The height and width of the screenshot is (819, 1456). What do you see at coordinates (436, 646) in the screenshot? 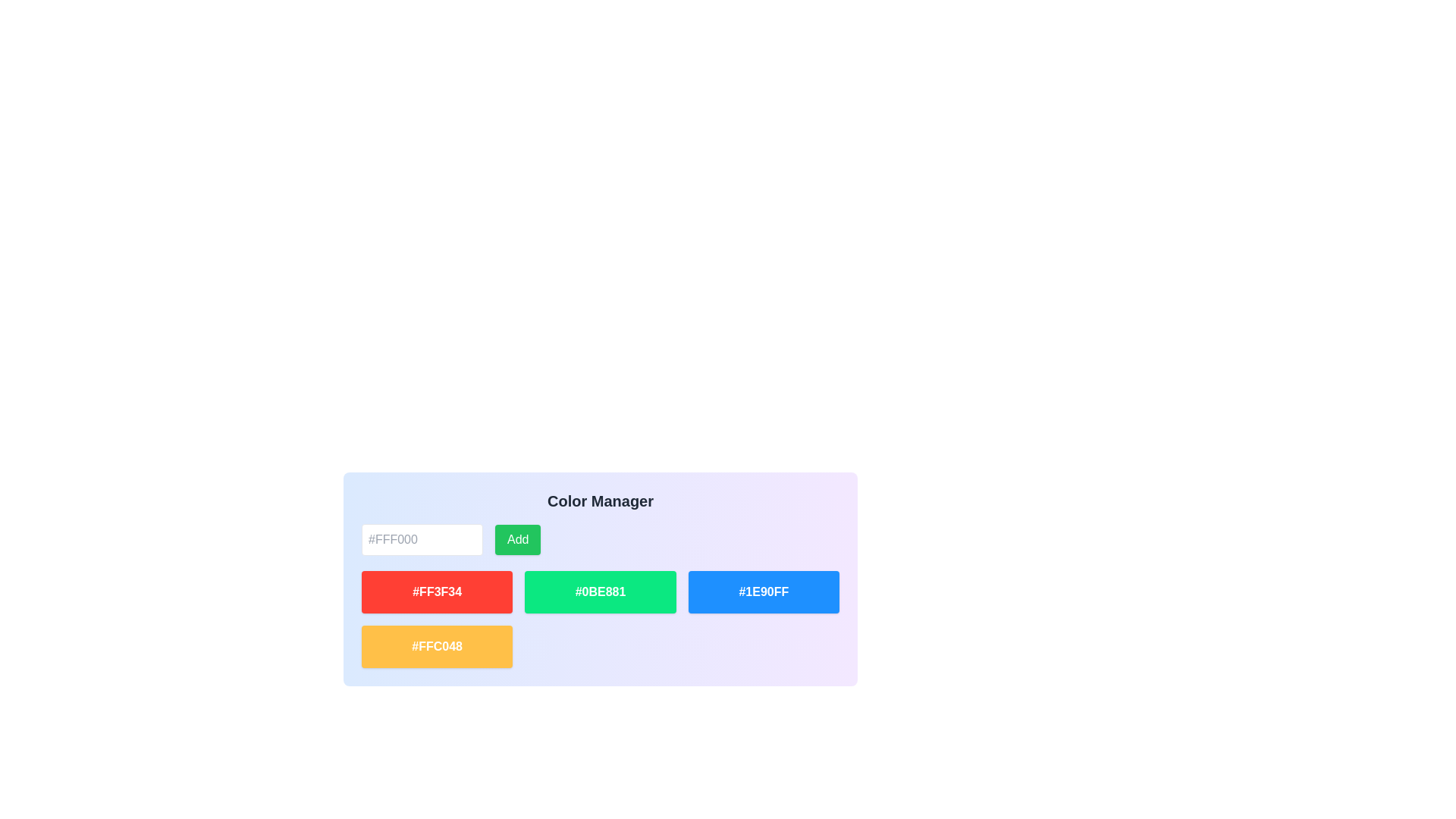
I see `the Color Swatch Block with the vibrant yellow-orange background color (#FFC048) that displays the text '#FFC048', positioned as the fourth block in the grid layout of the Color Manager interface` at bounding box center [436, 646].